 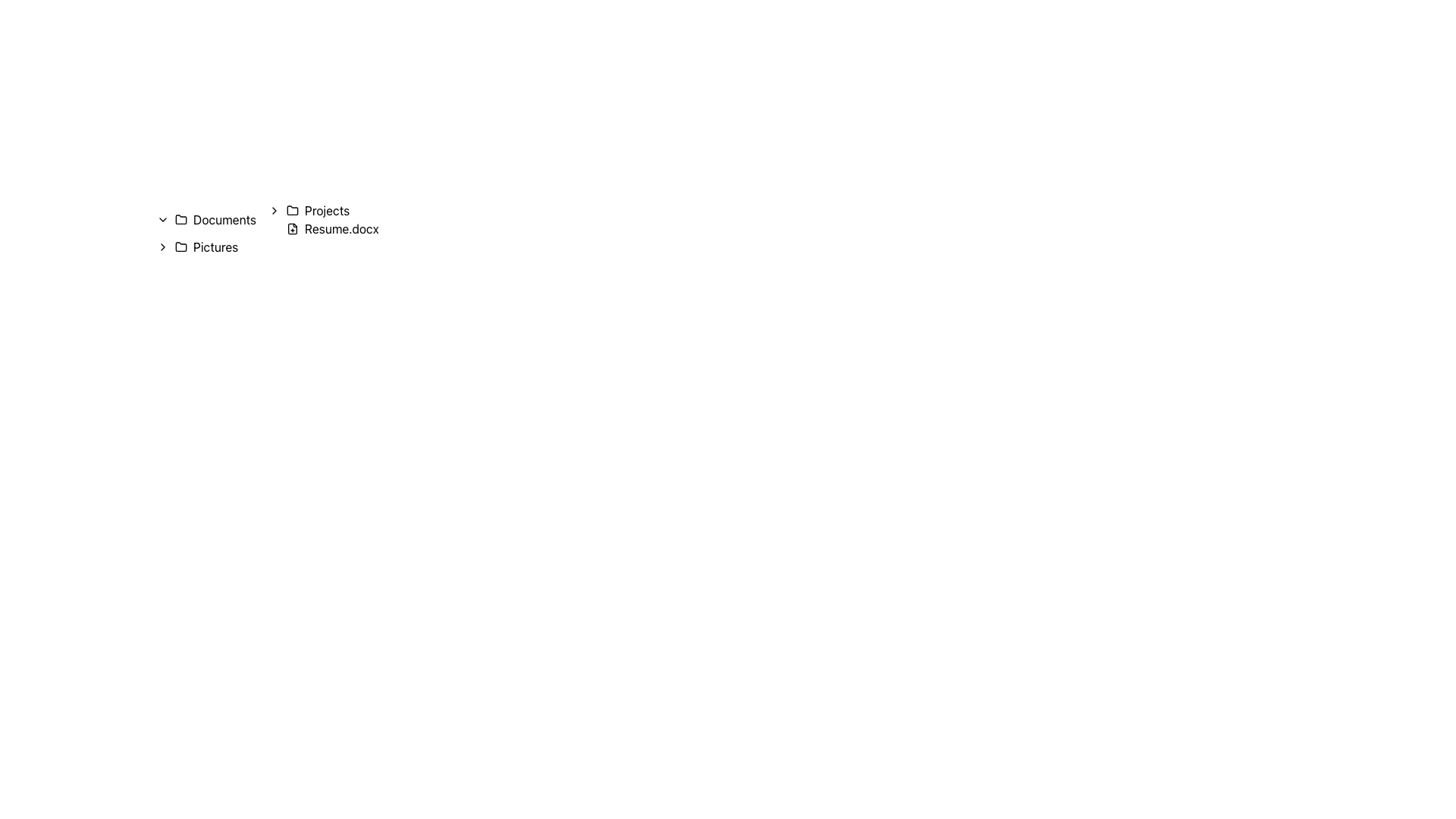 What do you see at coordinates (181, 245) in the screenshot?
I see `the 'Pictures' folder icon` at bounding box center [181, 245].